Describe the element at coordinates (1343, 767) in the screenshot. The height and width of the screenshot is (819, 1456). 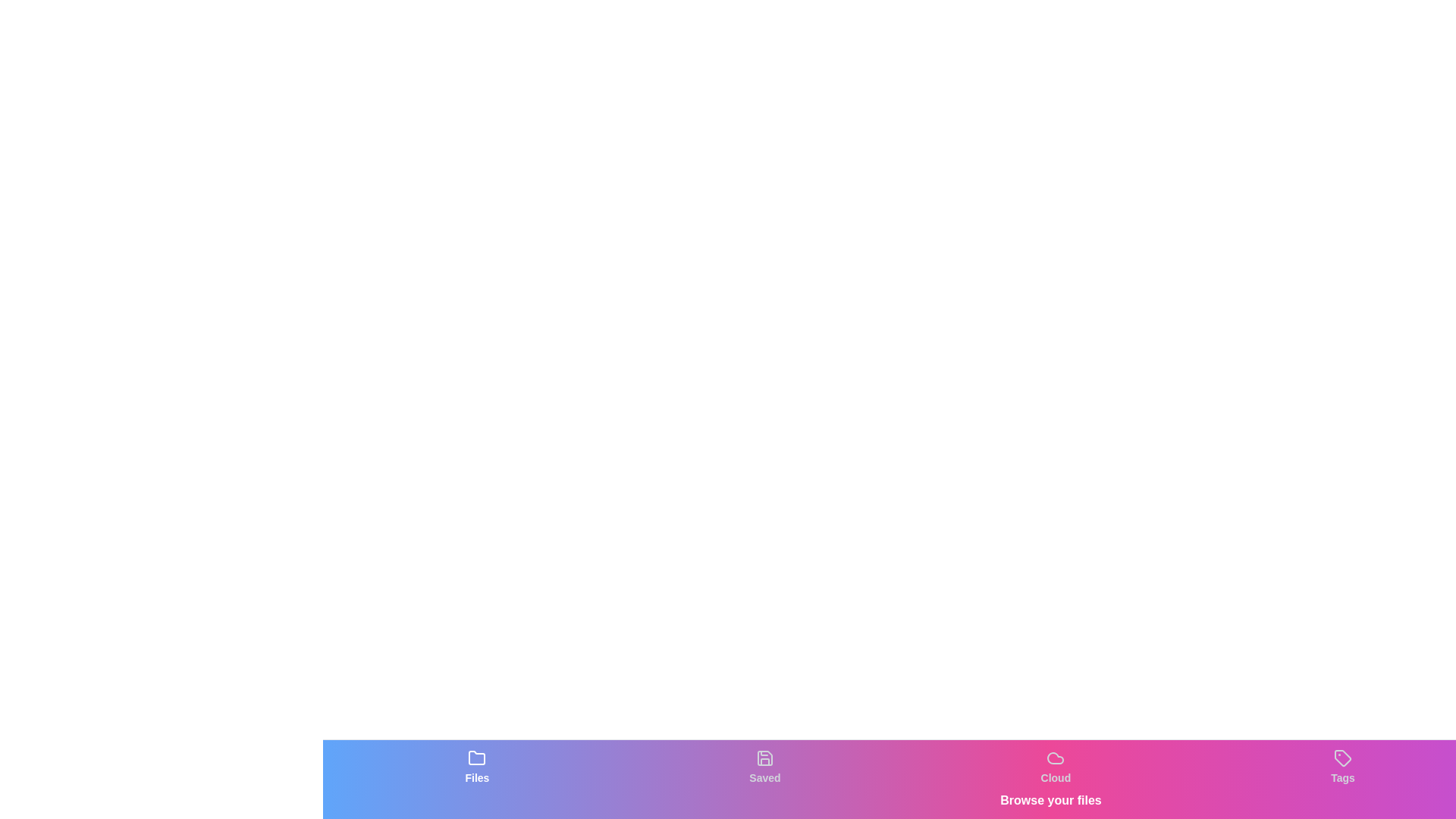
I see `the tab labeled Tags` at that location.